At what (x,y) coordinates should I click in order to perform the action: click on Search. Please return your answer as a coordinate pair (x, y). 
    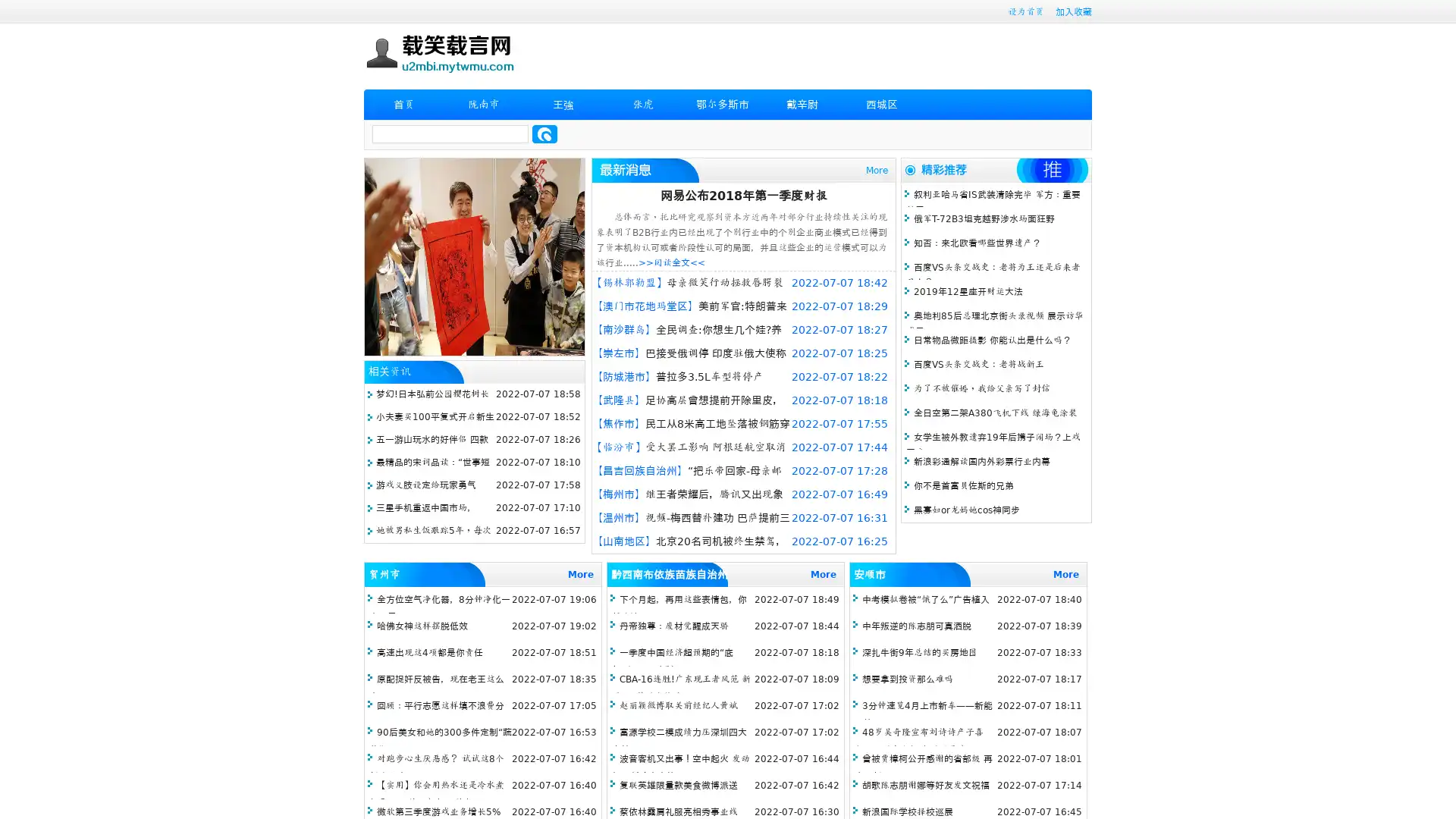
    Looking at the image, I should click on (544, 133).